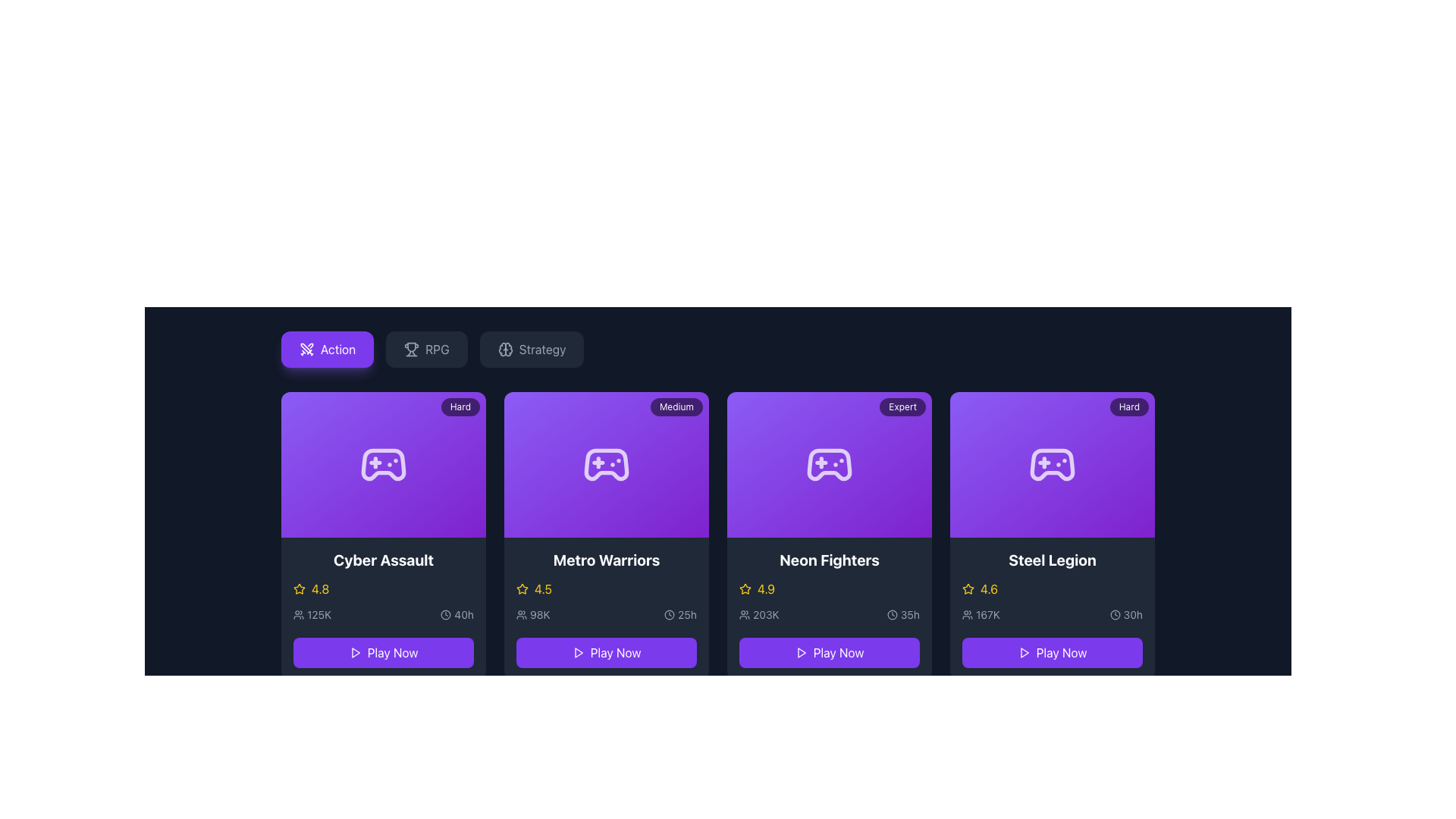 The width and height of the screenshot is (1456, 819). Describe the element at coordinates (607, 464) in the screenshot. I see `the game controller icon located in the 'Metro Warriors' card, which features a central cross-shaped directional pad and three circular buttons, highlighted with a purple background` at that location.